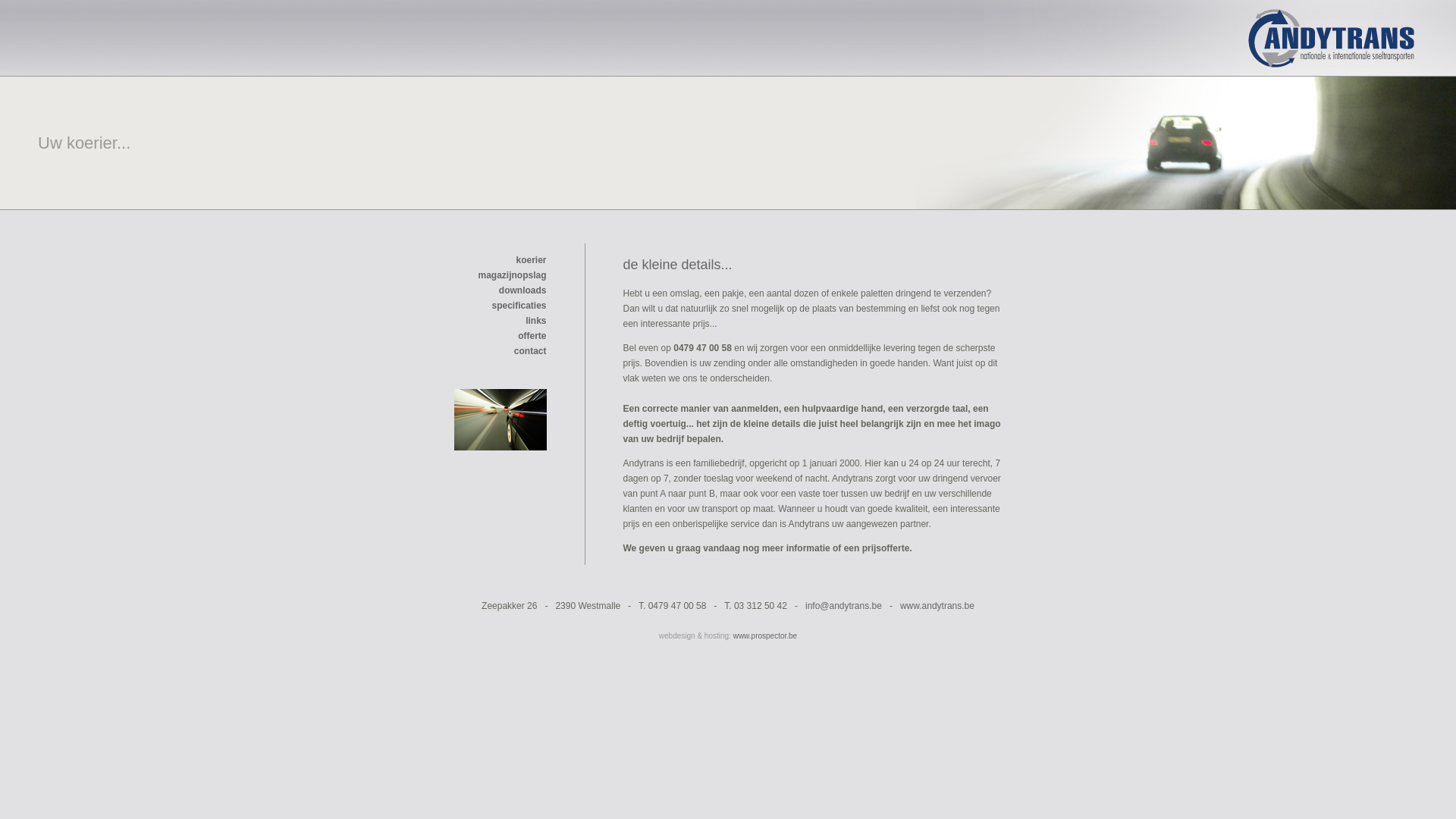 The height and width of the screenshot is (819, 1456). What do you see at coordinates (491, 305) in the screenshot?
I see `'specificaties'` at bounding box center [491, 305].